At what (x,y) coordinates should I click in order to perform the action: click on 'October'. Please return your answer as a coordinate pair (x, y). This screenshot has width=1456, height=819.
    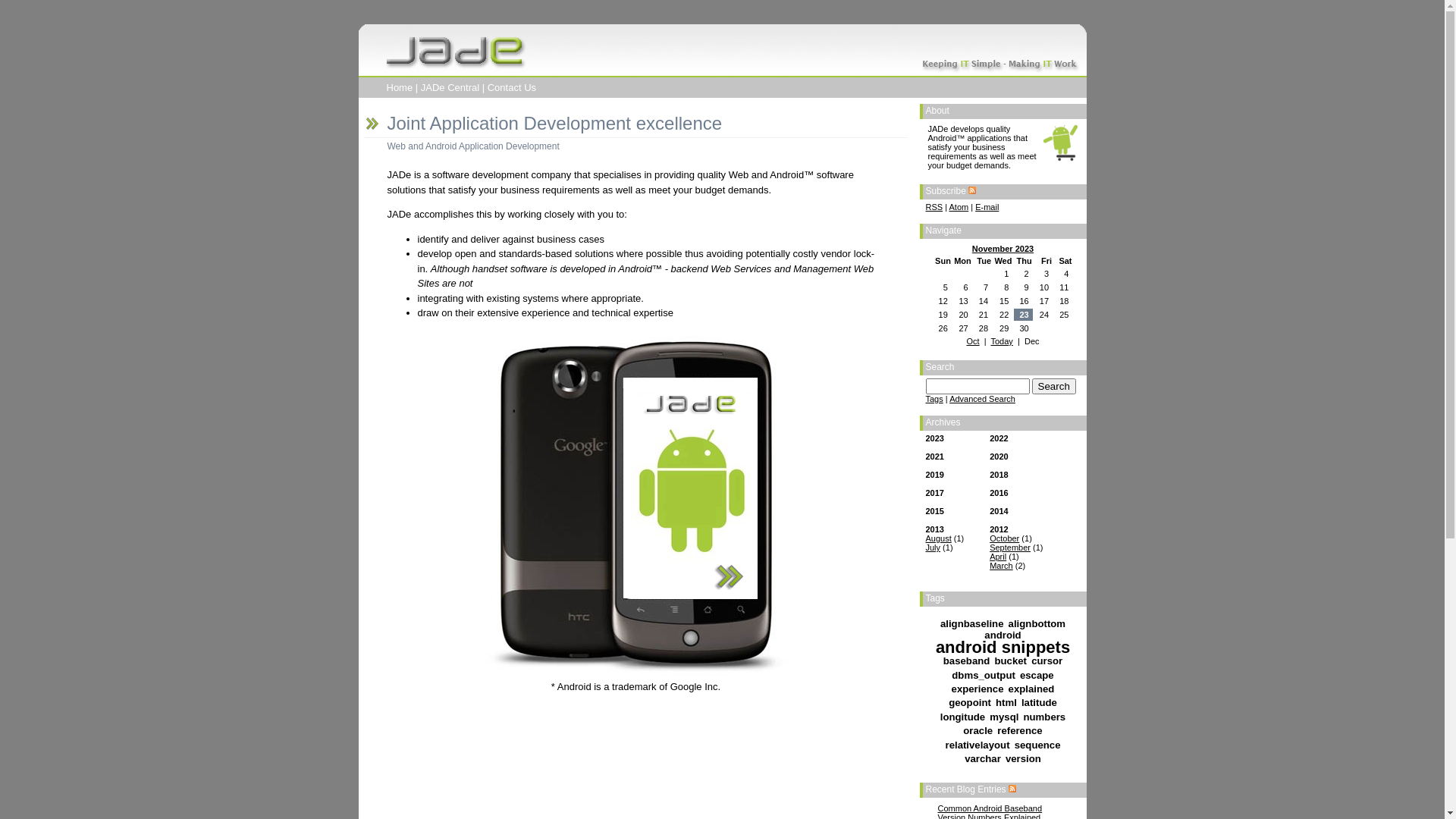
    Looking at the image, I should click on (1004, 537).